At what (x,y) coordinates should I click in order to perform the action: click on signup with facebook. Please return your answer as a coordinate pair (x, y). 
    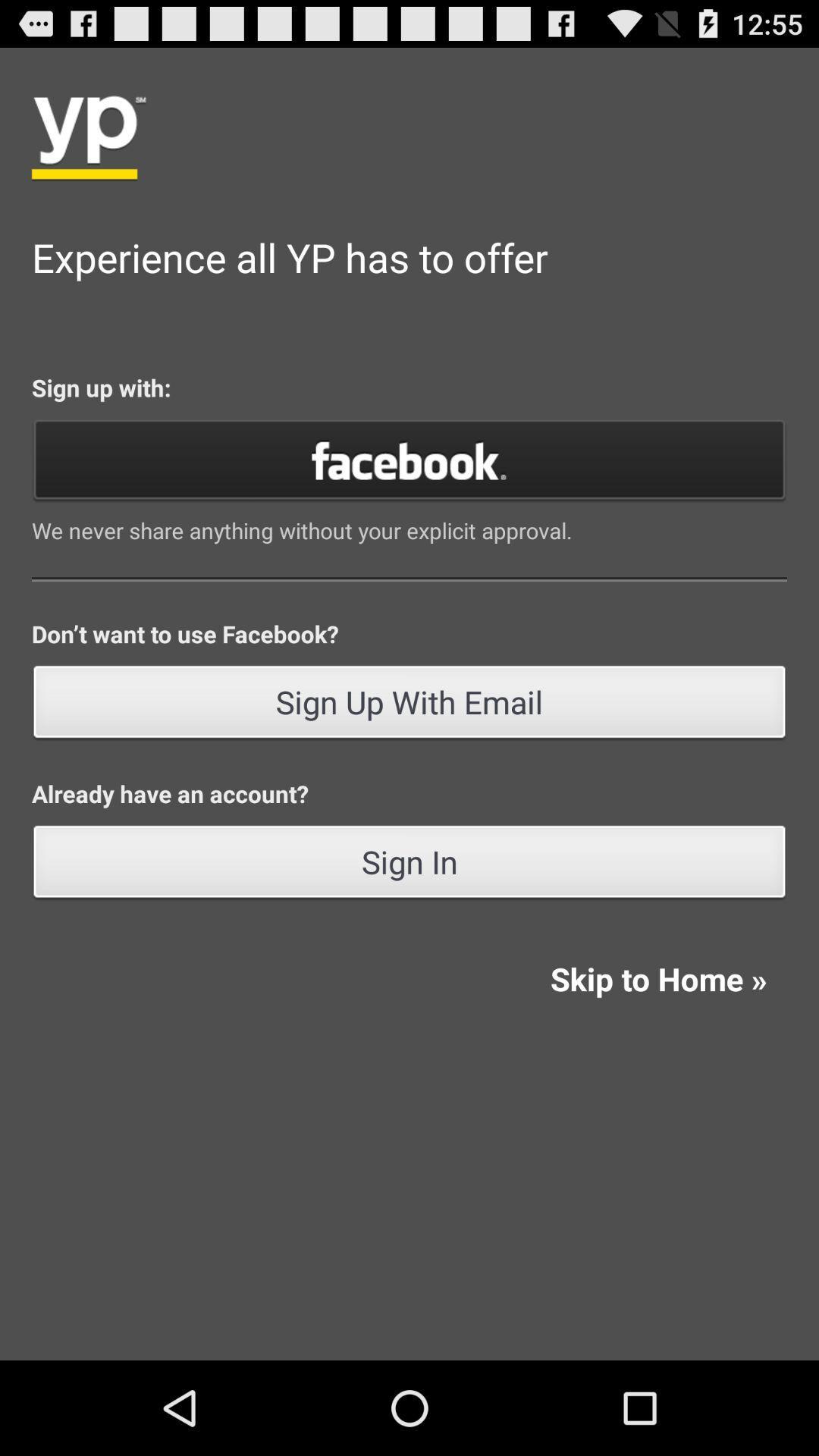
    Looking at the image, I should click on (409, 458).